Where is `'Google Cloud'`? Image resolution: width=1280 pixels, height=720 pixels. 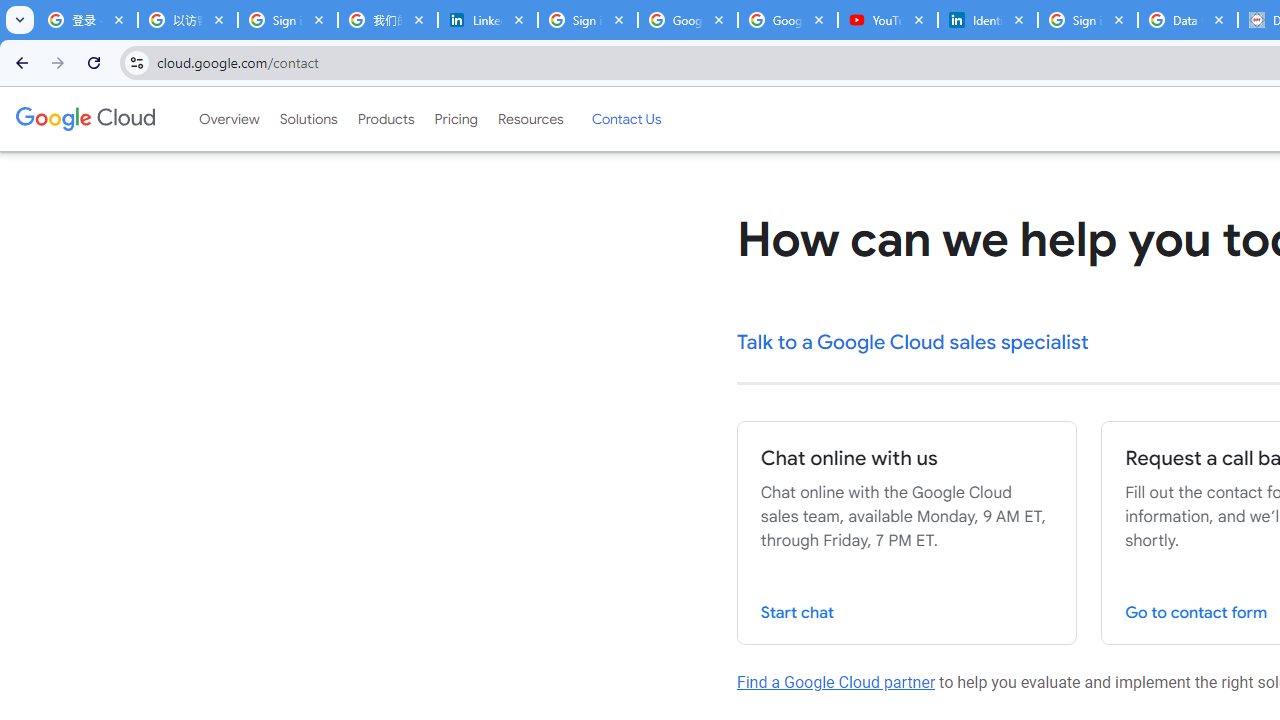
'Google Cloud' is located at coordinates (84, 119).